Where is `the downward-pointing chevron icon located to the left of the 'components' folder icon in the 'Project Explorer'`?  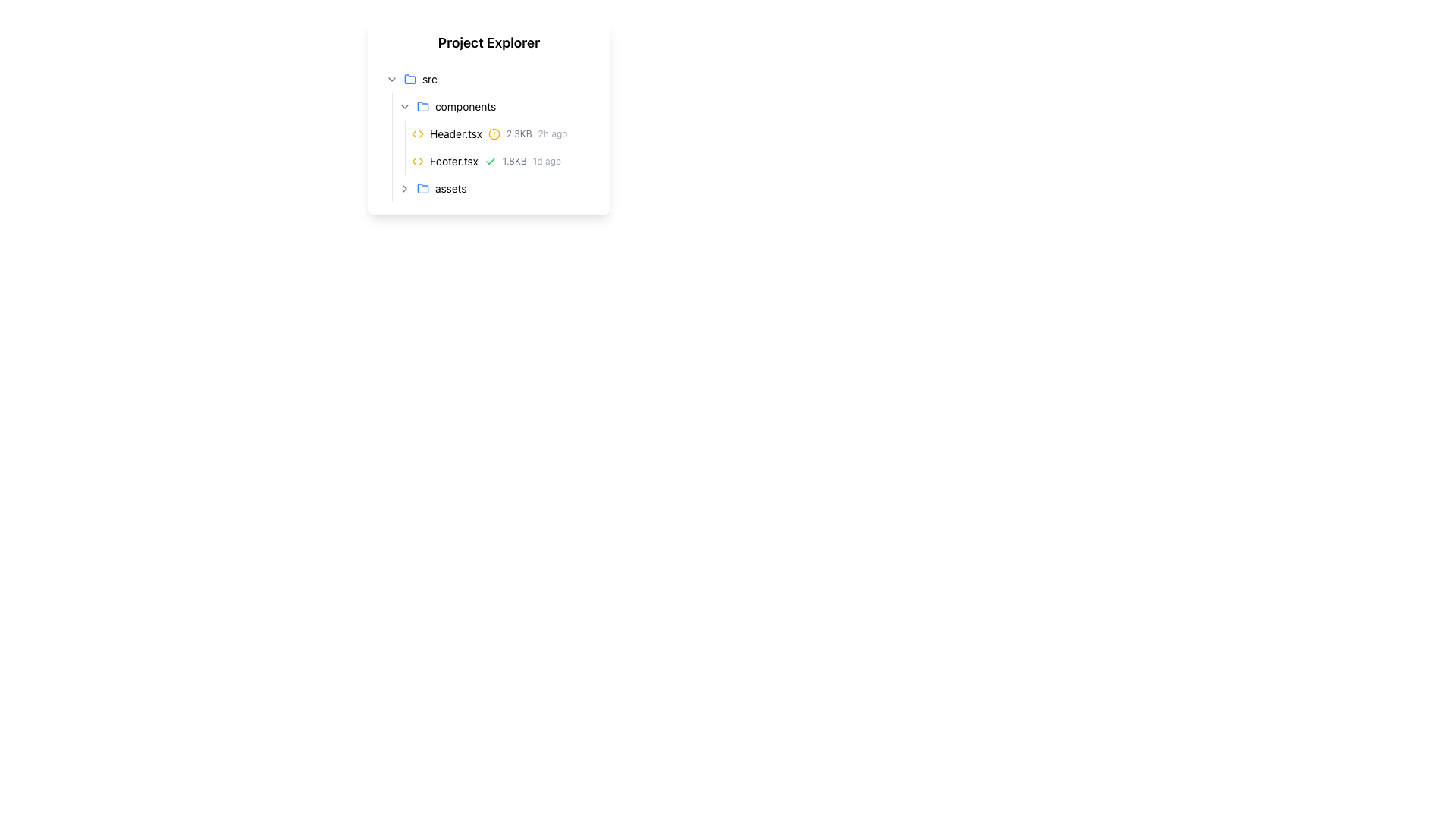 the downward-pointing chevron icon located to the left of the 'components' folder icon in the 'Project Explorer' is located at coordinates (404, 106).